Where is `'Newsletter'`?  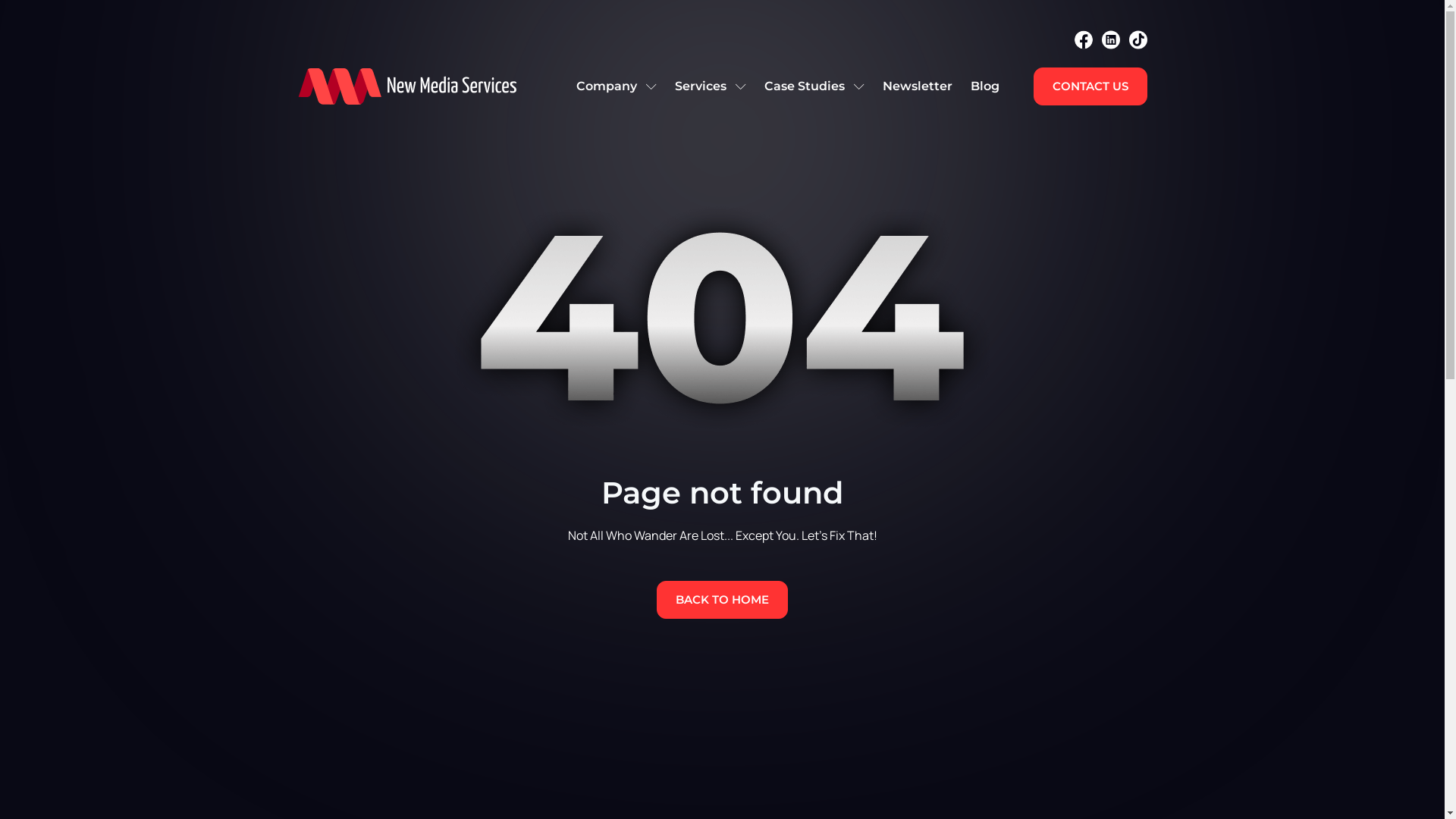
'Newsletter' is located at coordinates (916, 86).